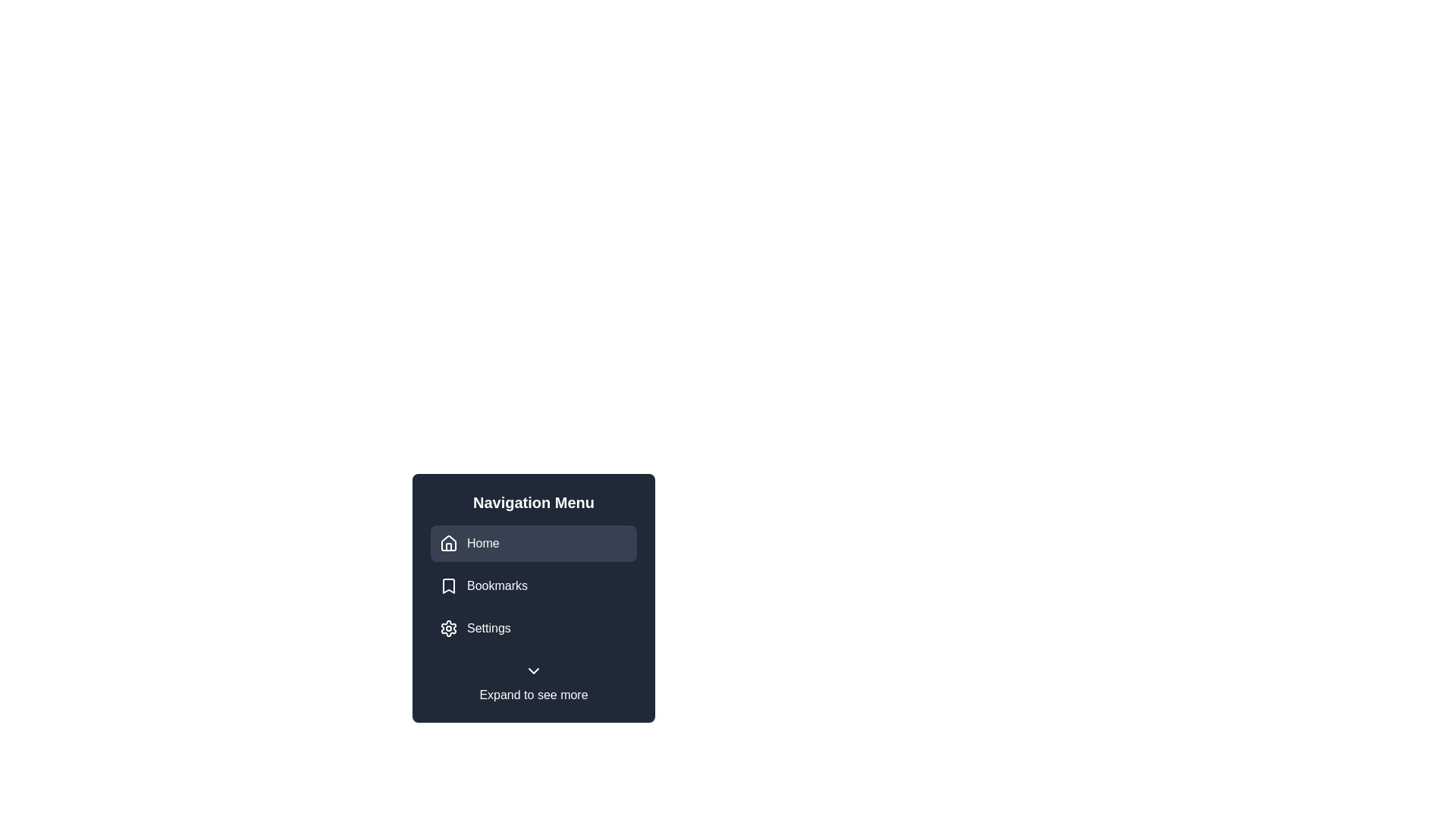 The height and width of the screenshot is (819, 1456). I want to click on the 'Bookmarks' text label, so click(497, 585).